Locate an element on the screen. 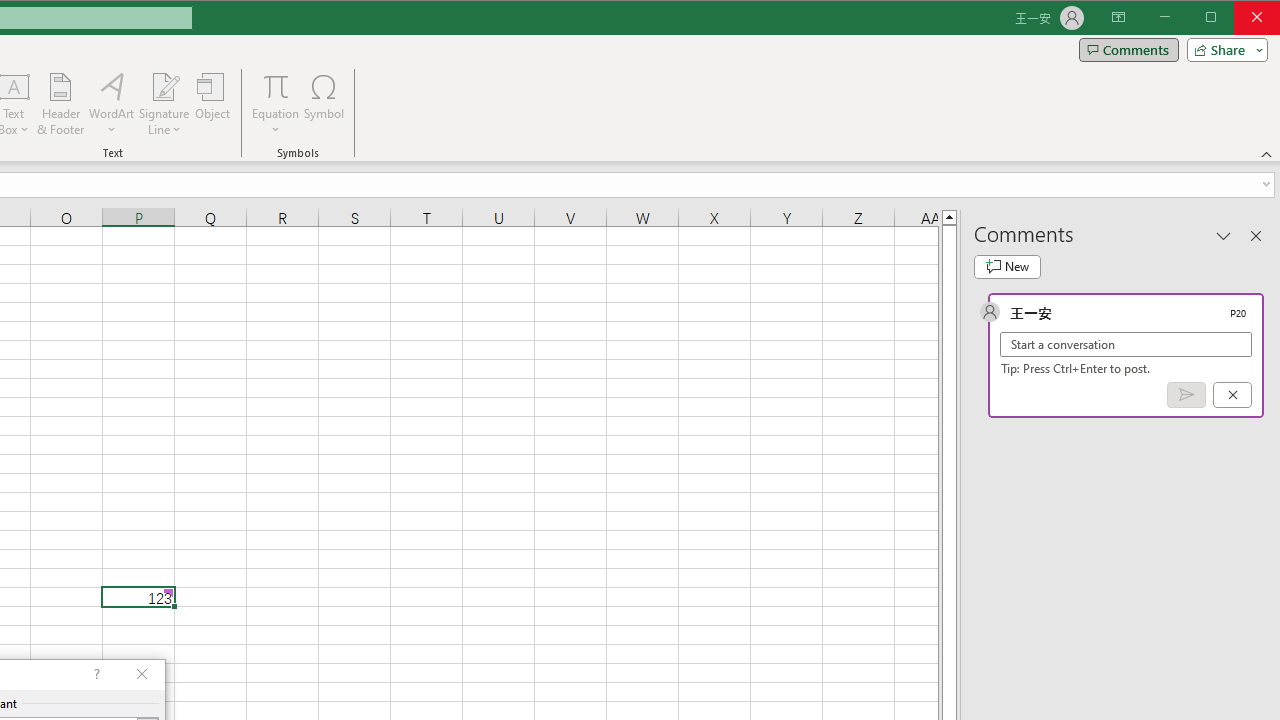 The image size is (1280, 720). 'Close' is located at coordinates (1261, 19).